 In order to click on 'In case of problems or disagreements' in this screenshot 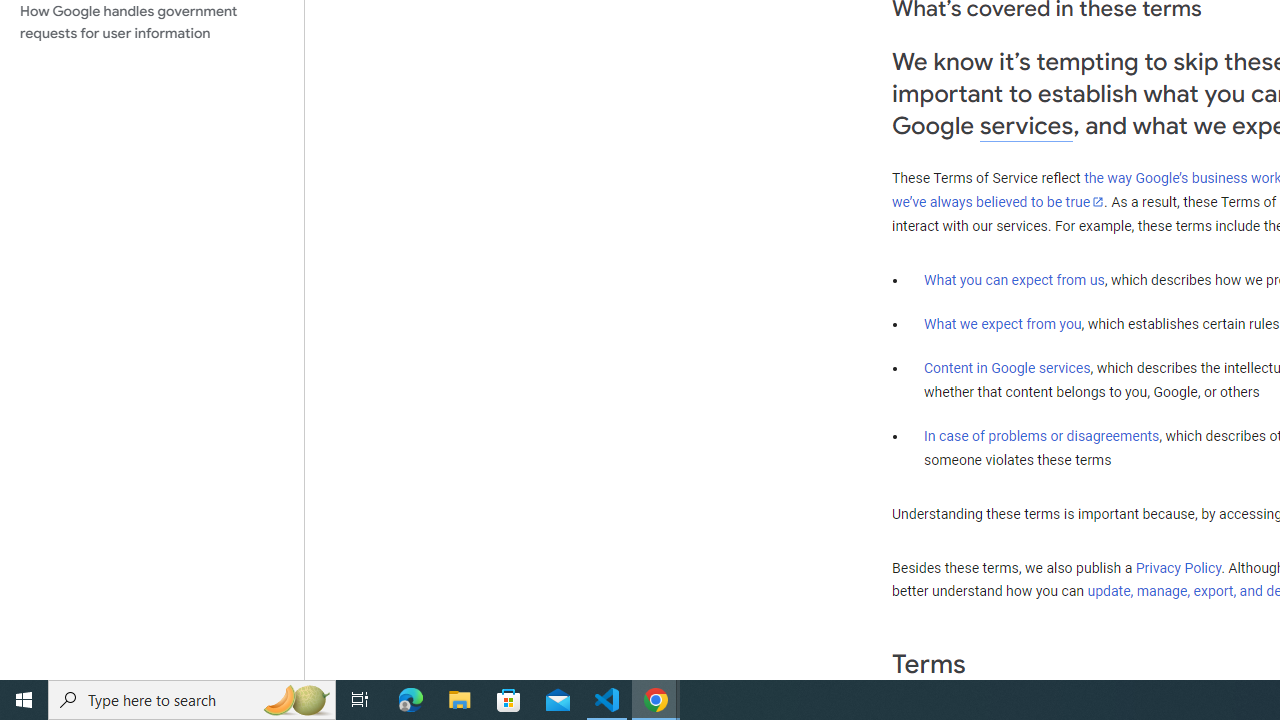, I will do `click(1040, 434)`.